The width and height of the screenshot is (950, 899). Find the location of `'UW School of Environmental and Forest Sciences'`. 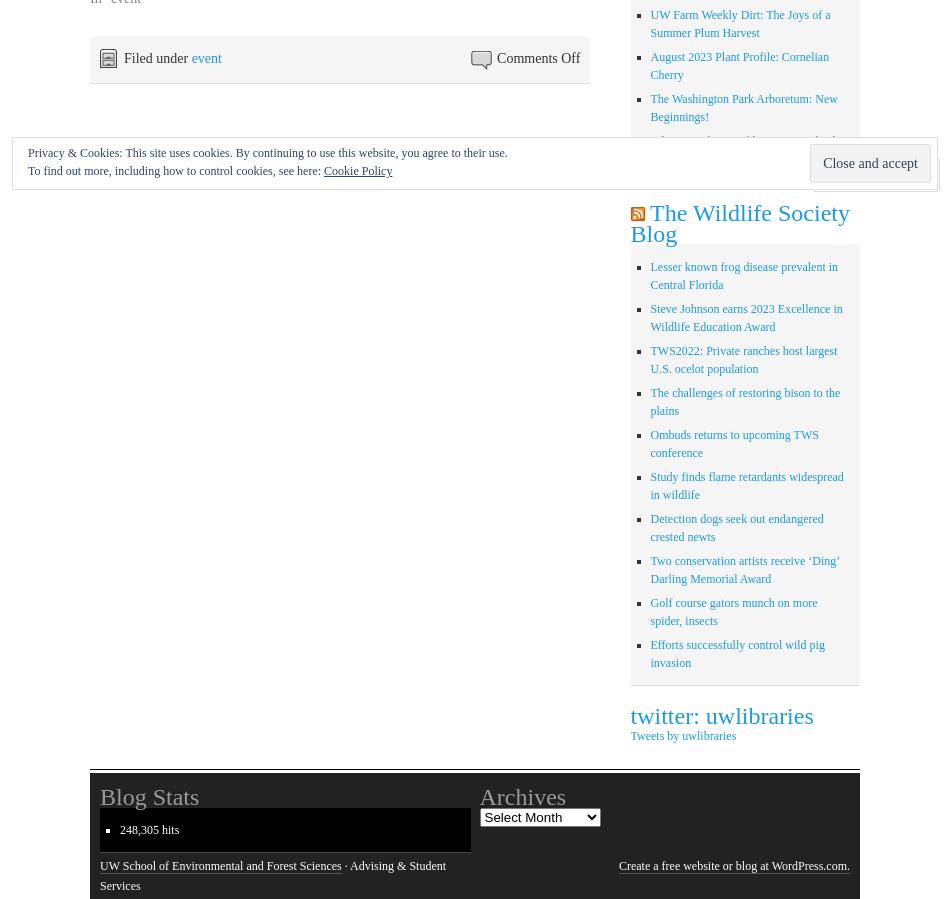

'UW School of Environmental and Forest Sciences' is located at coordinates (220, 865).